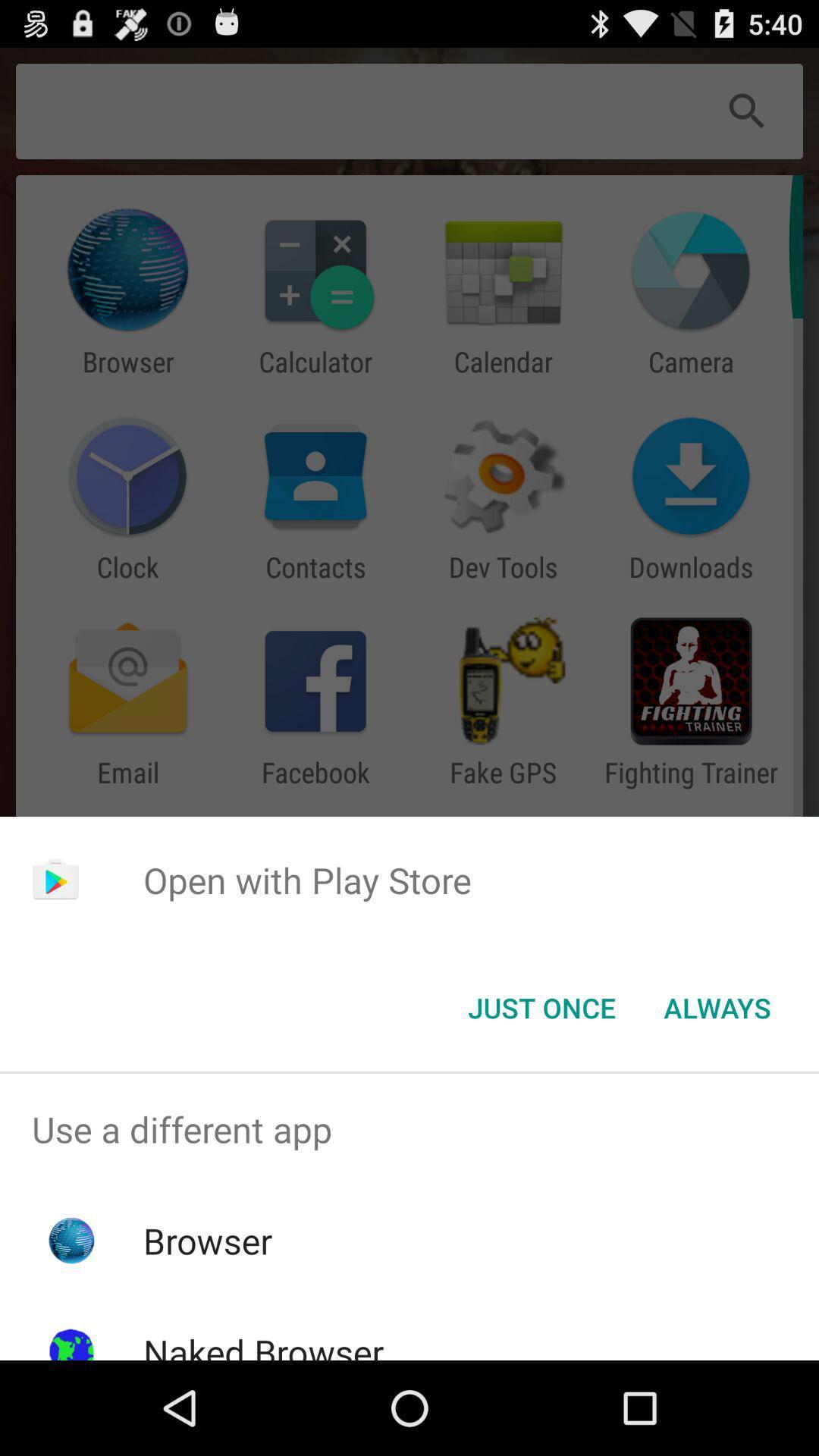 This screenshot has width=819, height=1456. I want to click on app below browser, so click(262, 1344).